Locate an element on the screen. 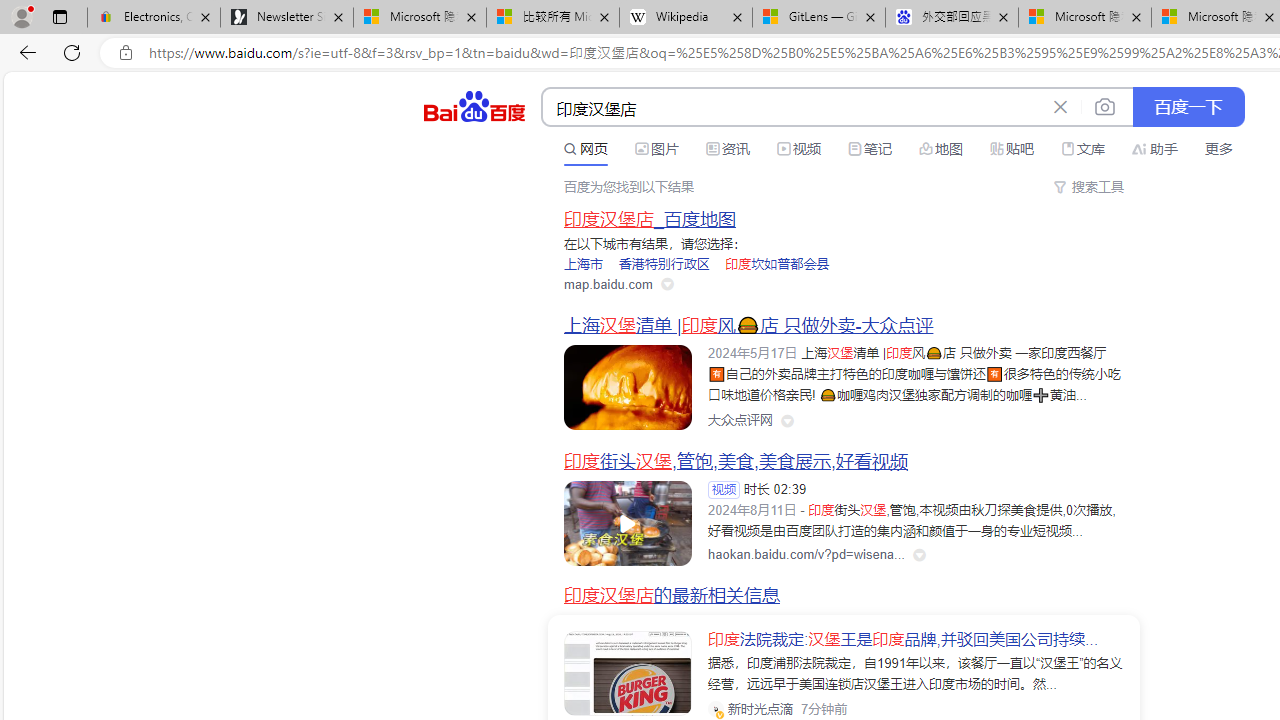 This screenshot has height=720, width=1280. 'Newsletter Sign Up' is located at coordinates (286, 17).